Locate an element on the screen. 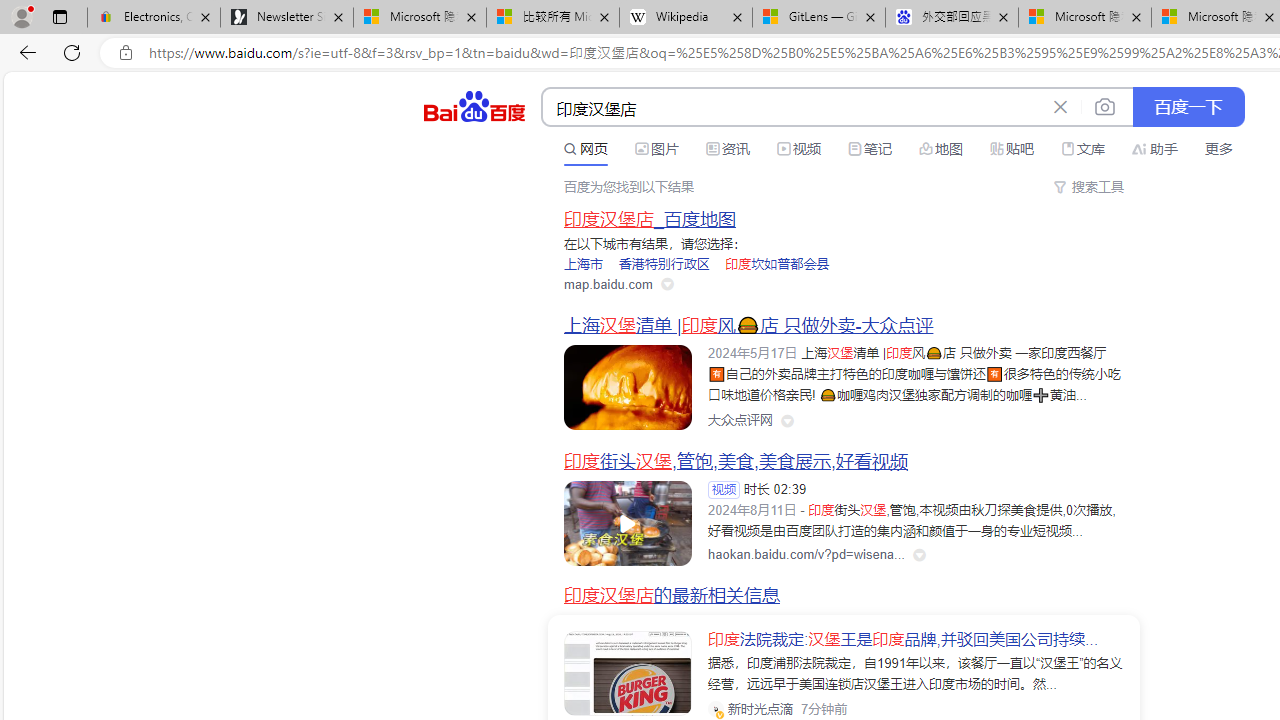 This screenshot has height=720, width=1280. 'Newsletter Sign Up' is located at coordinates (286, 17).